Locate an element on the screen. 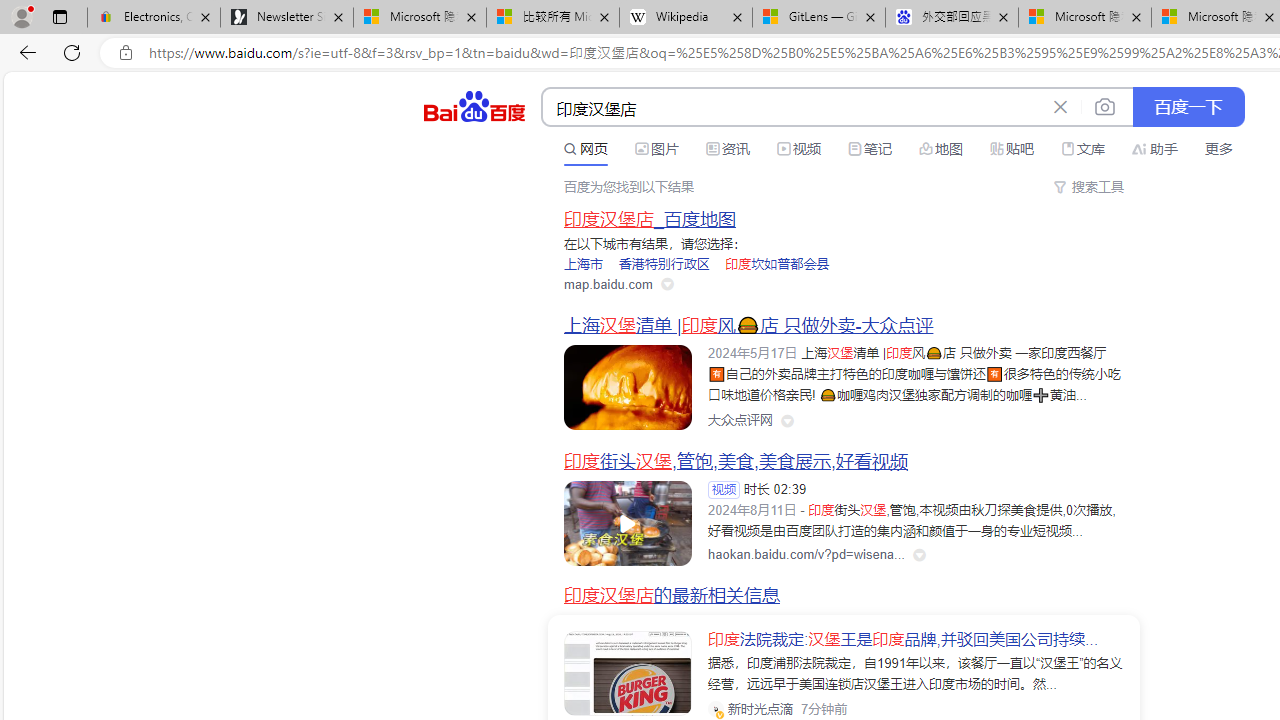 This screenshot has height=720, width=1280. 'Newsletter Sign Up' is located at coordinates (286, 17).